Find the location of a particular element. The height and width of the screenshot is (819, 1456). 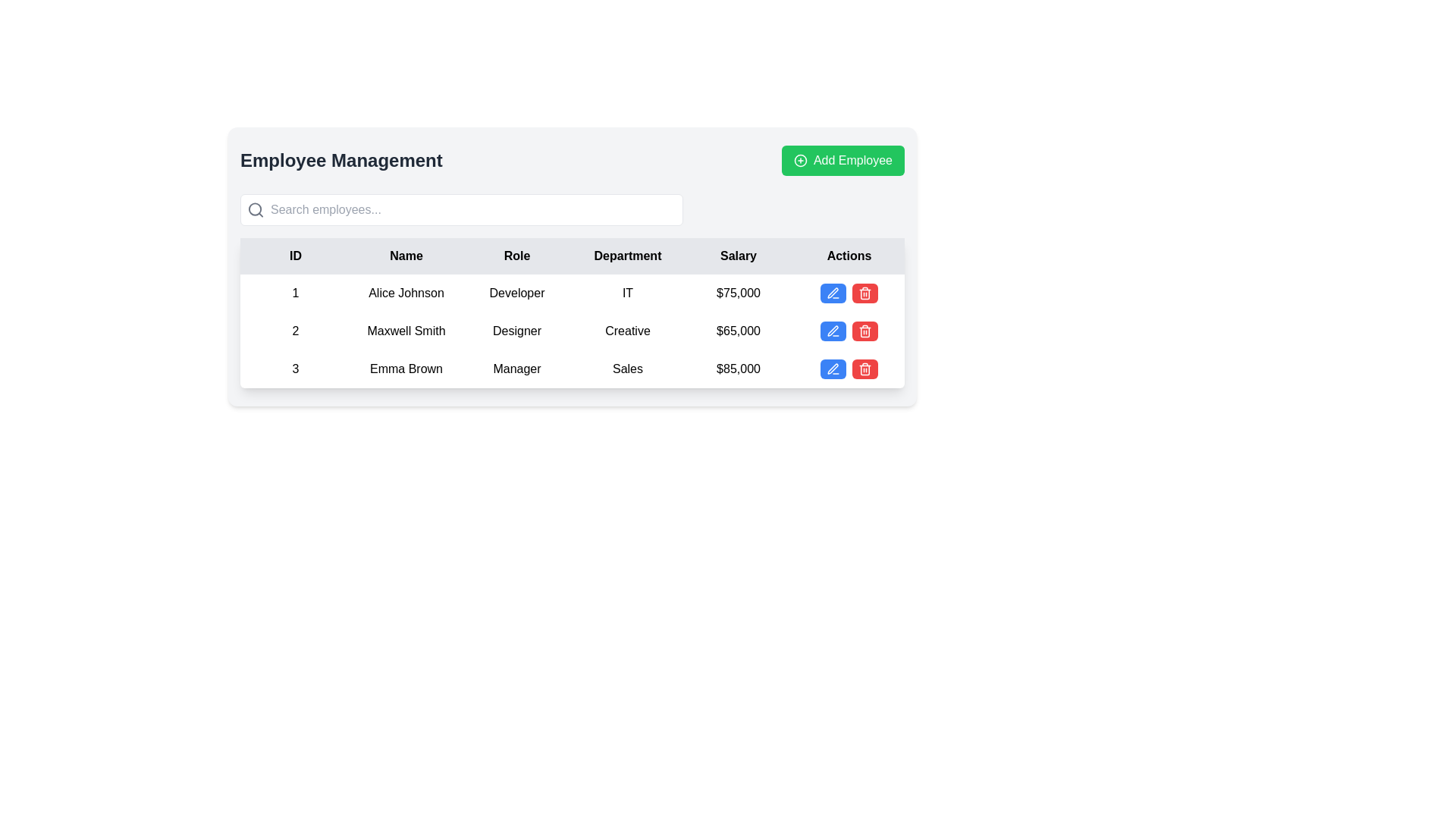

the text label displaying 'Employee Management', which is styled in a large, bold, dark gray font and is positioned at the top-left corner of the central content area is located at coordinates (340, 161).